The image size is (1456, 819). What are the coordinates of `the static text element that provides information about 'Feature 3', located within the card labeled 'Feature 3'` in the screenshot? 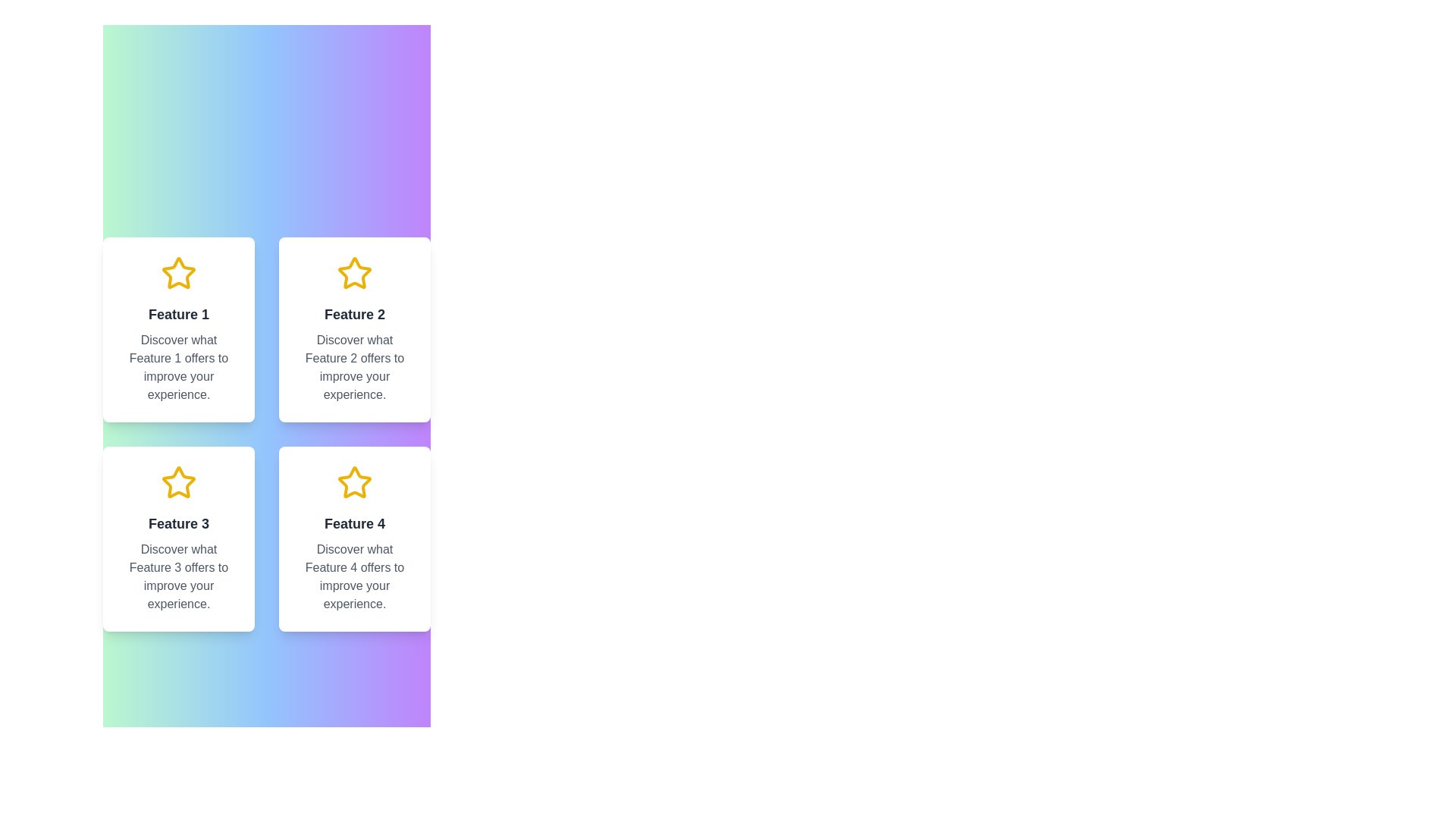 It's located at (178, 576).